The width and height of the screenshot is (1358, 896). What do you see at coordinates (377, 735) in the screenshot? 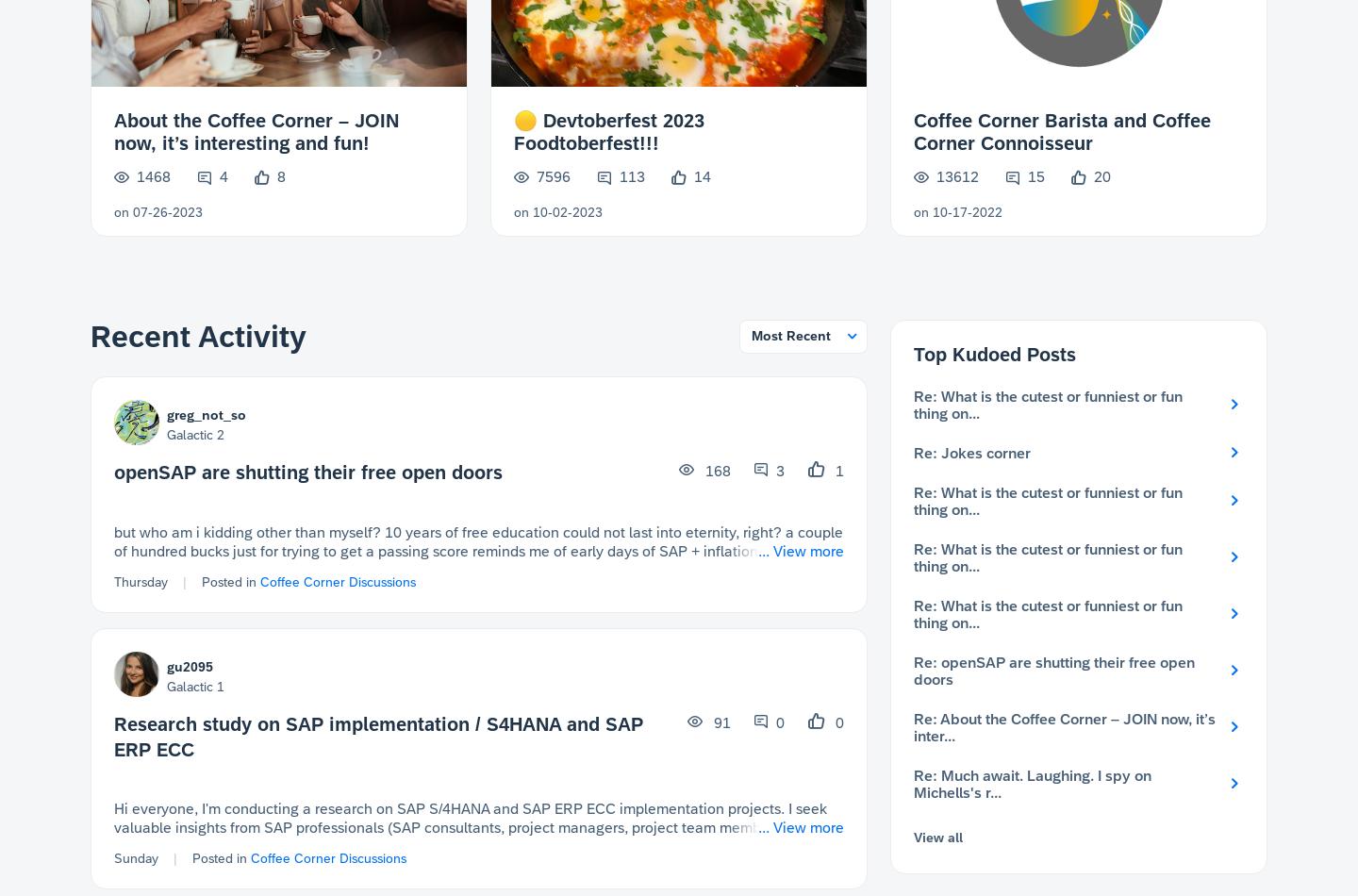
I see `'Research study on SAP implementation / S4HANA and SAP ERP ECC'` at bounding box center [377, 735].